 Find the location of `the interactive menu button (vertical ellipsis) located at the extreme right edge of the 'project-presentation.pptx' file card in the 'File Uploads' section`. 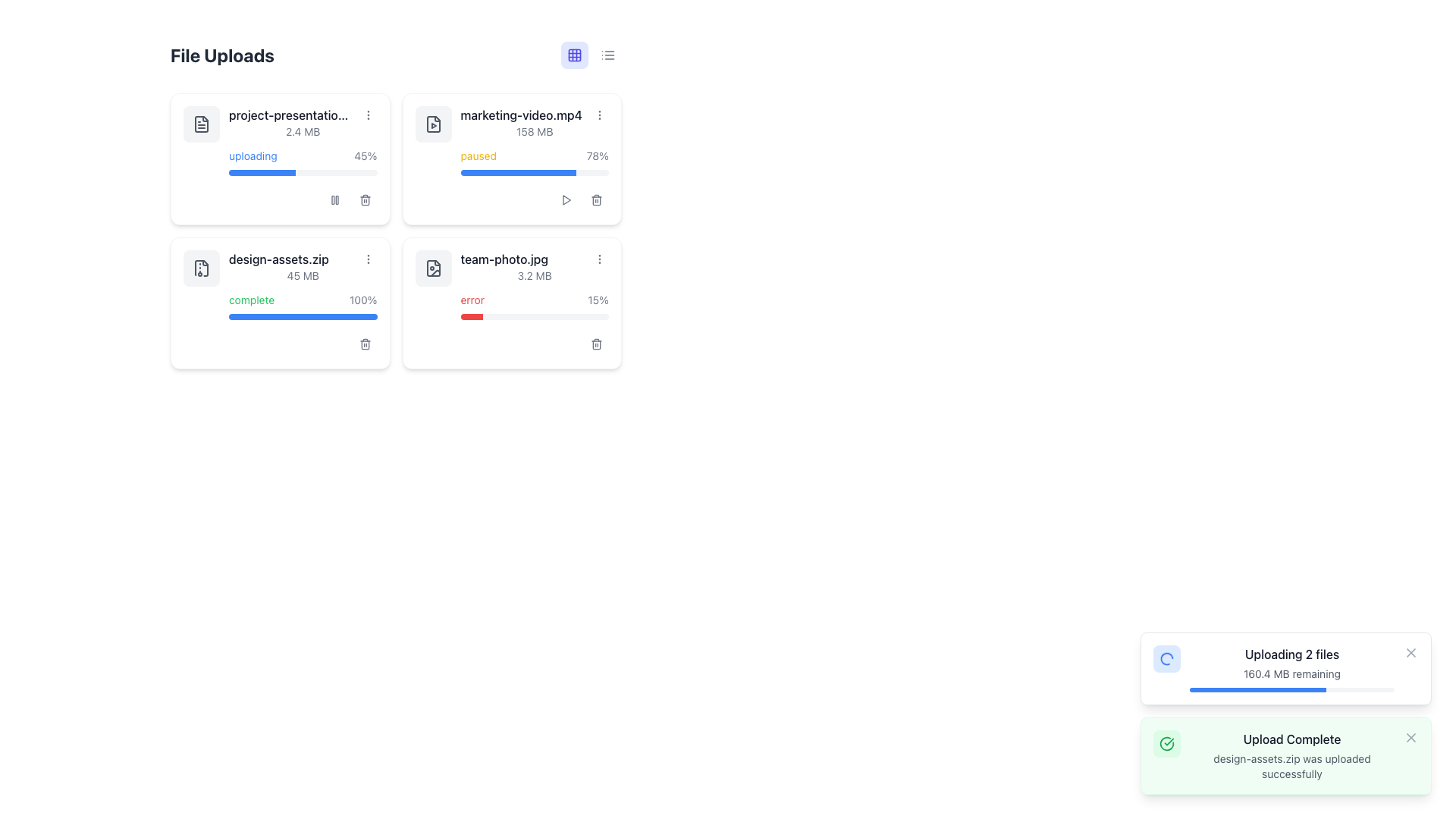

the interactive menu button (vertical ellipsis) located at the extreme right edge of the 'project-presentation.pptx' file card in the 'File Uploads' section is located at coordinates (368, 114).